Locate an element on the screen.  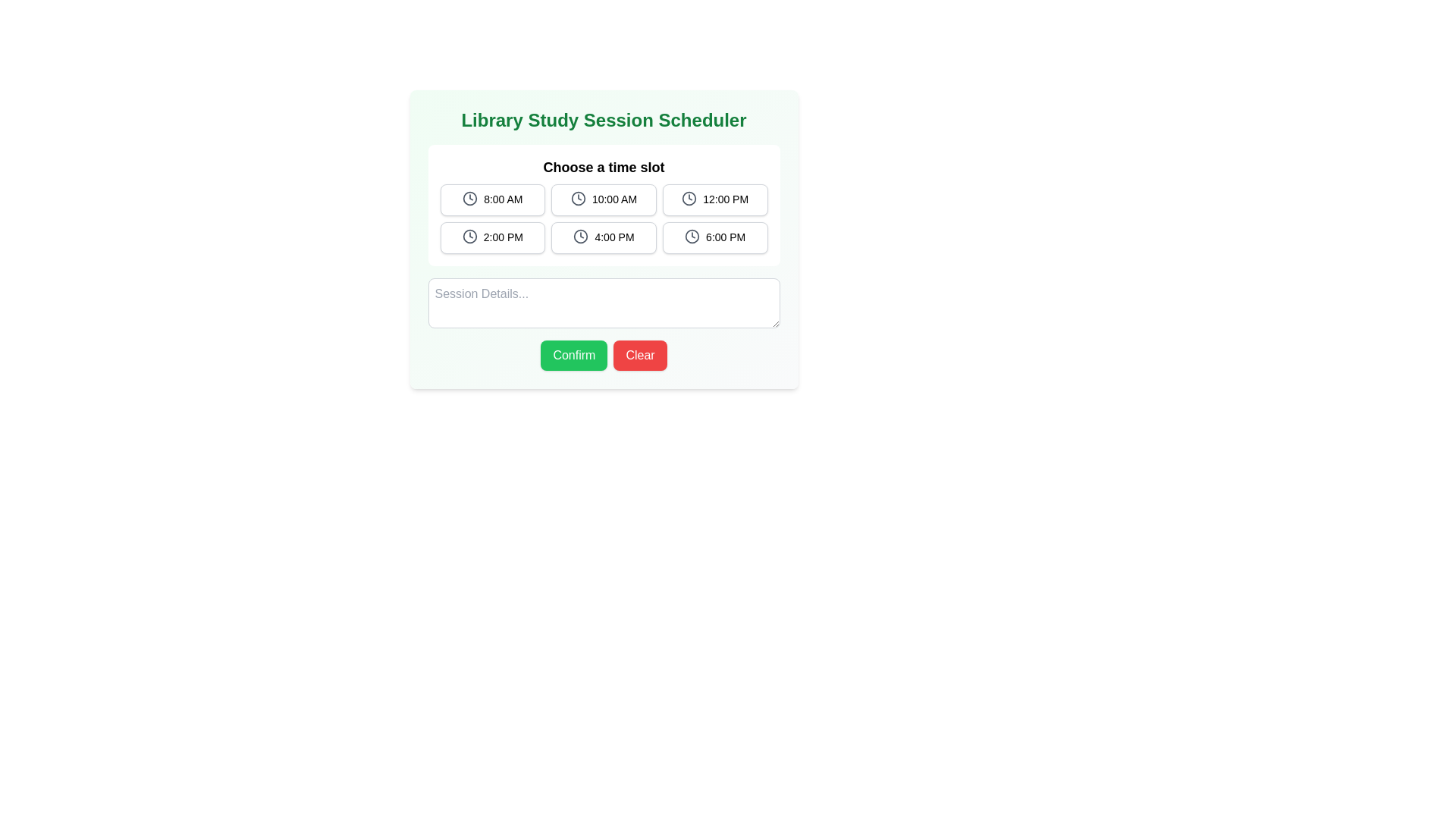
the selectable time slot button for '6:00 PM' located in the third row and third column of the time selection interface is located at coordinates (714, 237).